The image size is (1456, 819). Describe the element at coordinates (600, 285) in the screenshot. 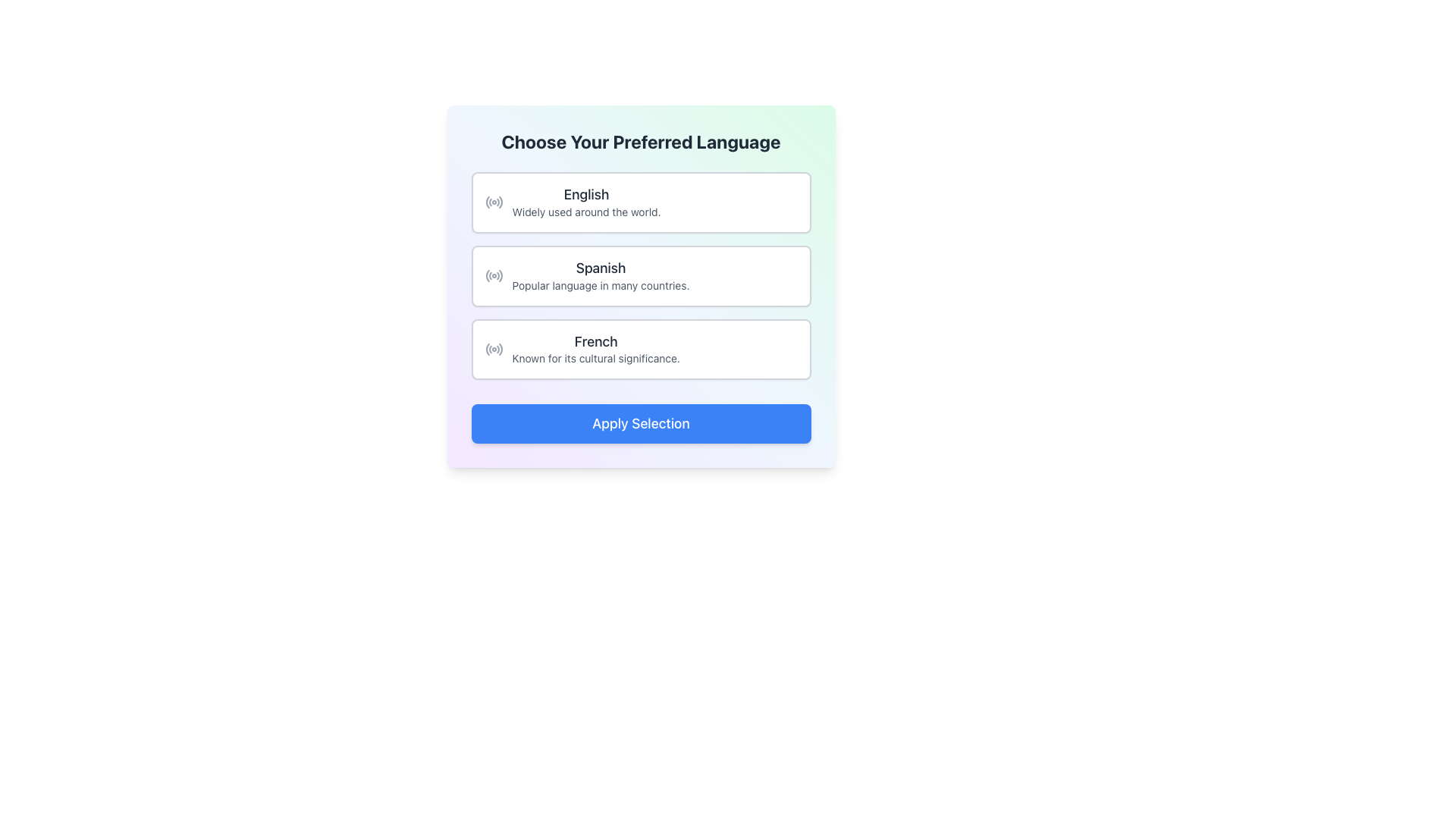

I see `the text label that explains 'Spanish' as a popular language, located directly below the 'Spanish' header and centrally aligned within the second selectable language option box` at that location.